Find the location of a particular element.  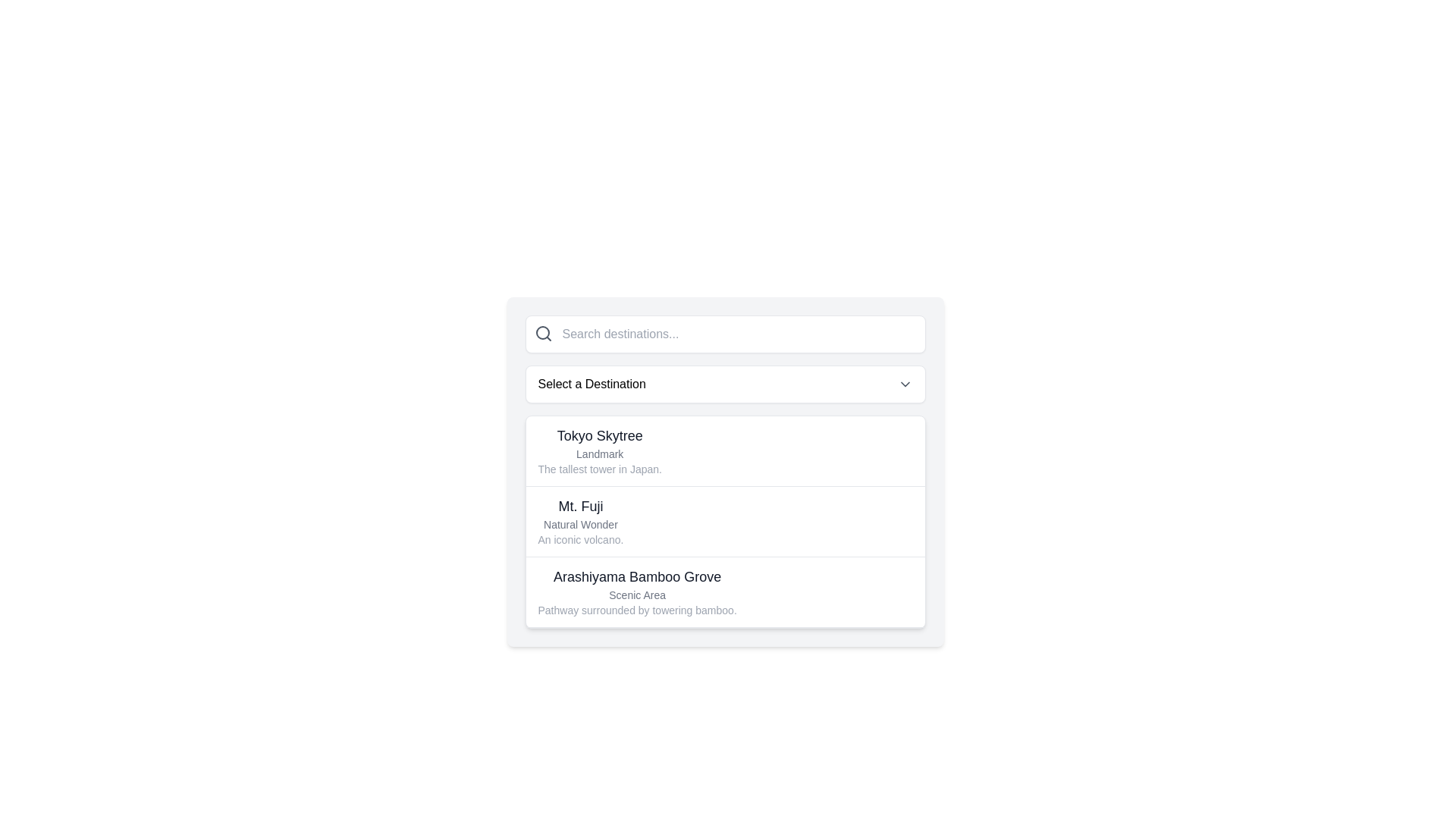

the Text label that identifies the name of a destination entry, positioned above the supporting texts 'Scenic Area' and 'Pathway surrounded by towering bamboo.' is located at coordinates (637, 576).